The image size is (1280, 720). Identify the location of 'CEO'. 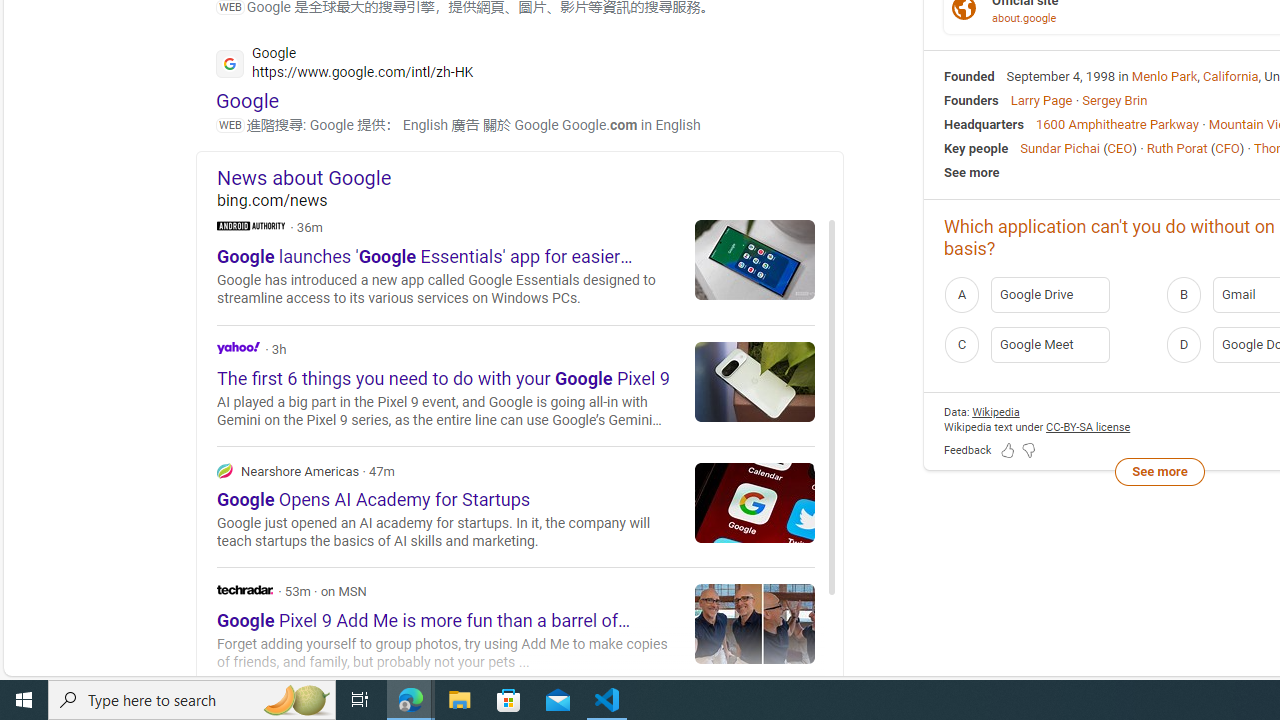
(1120, 146).